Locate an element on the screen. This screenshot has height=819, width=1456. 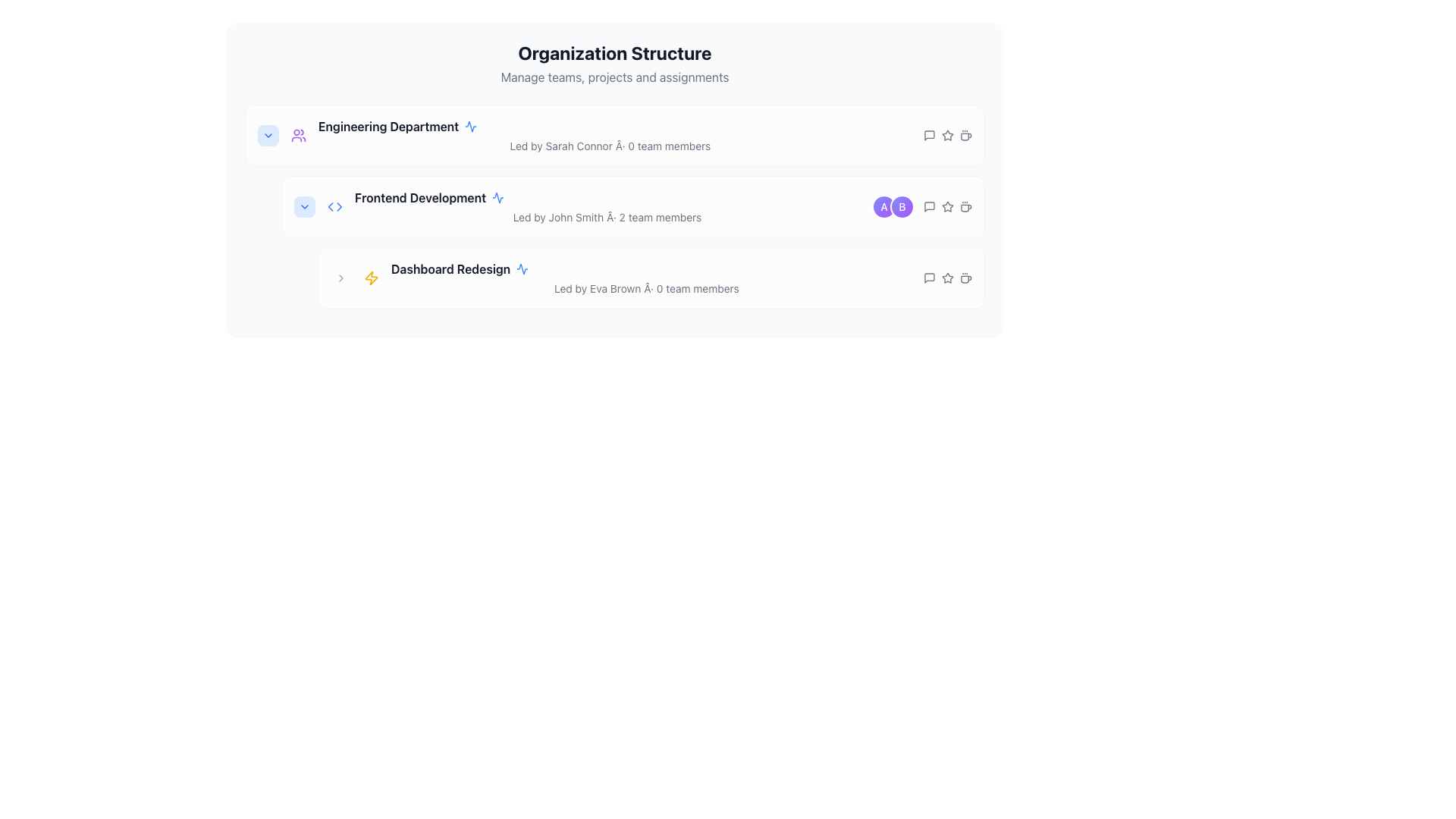
the static text element that provides additional context beneath the 'Organization Structure' header is located at coordinates (615, 77).